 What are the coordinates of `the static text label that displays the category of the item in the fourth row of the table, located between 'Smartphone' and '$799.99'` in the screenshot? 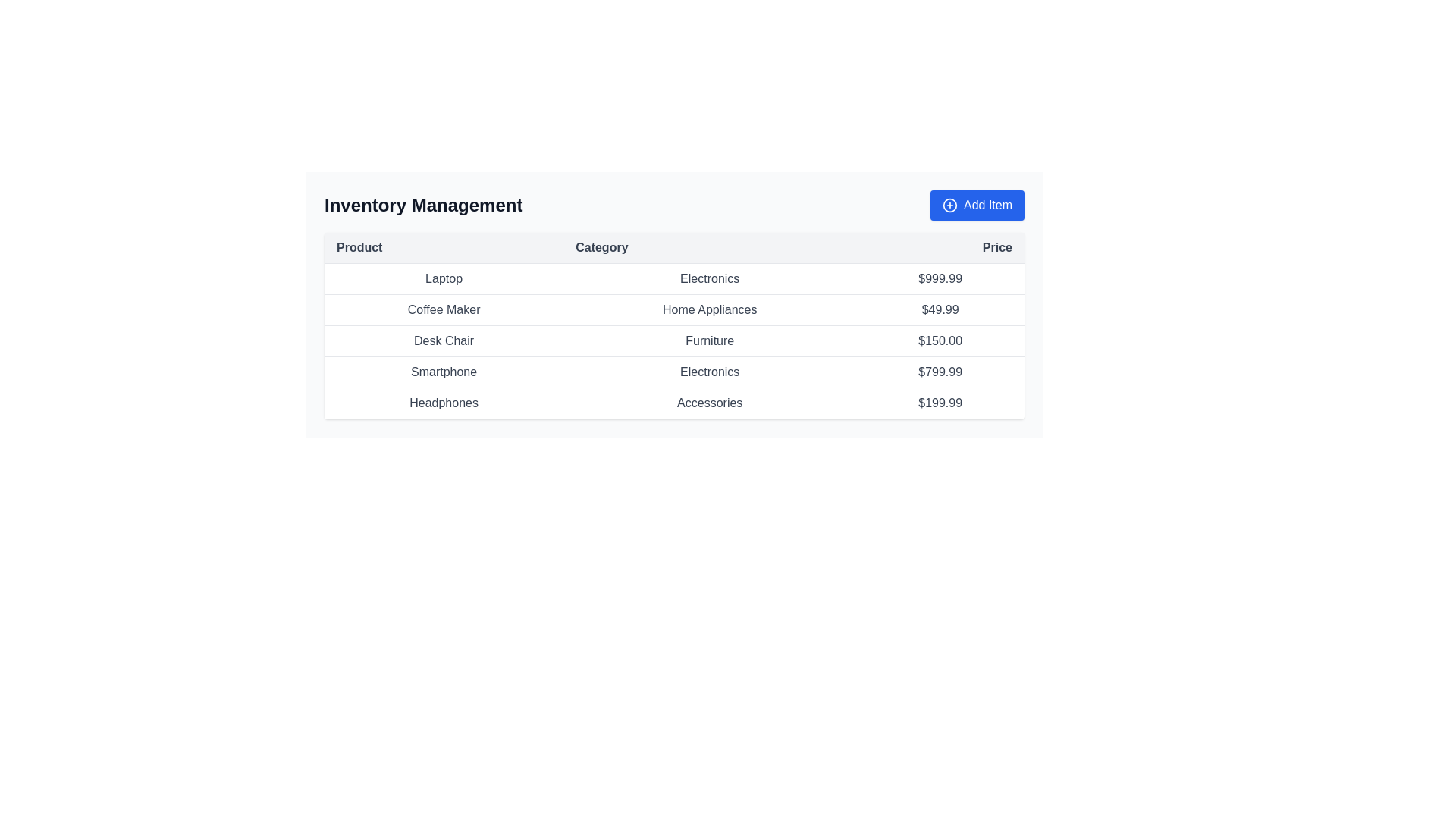 It's located at (709, 372).